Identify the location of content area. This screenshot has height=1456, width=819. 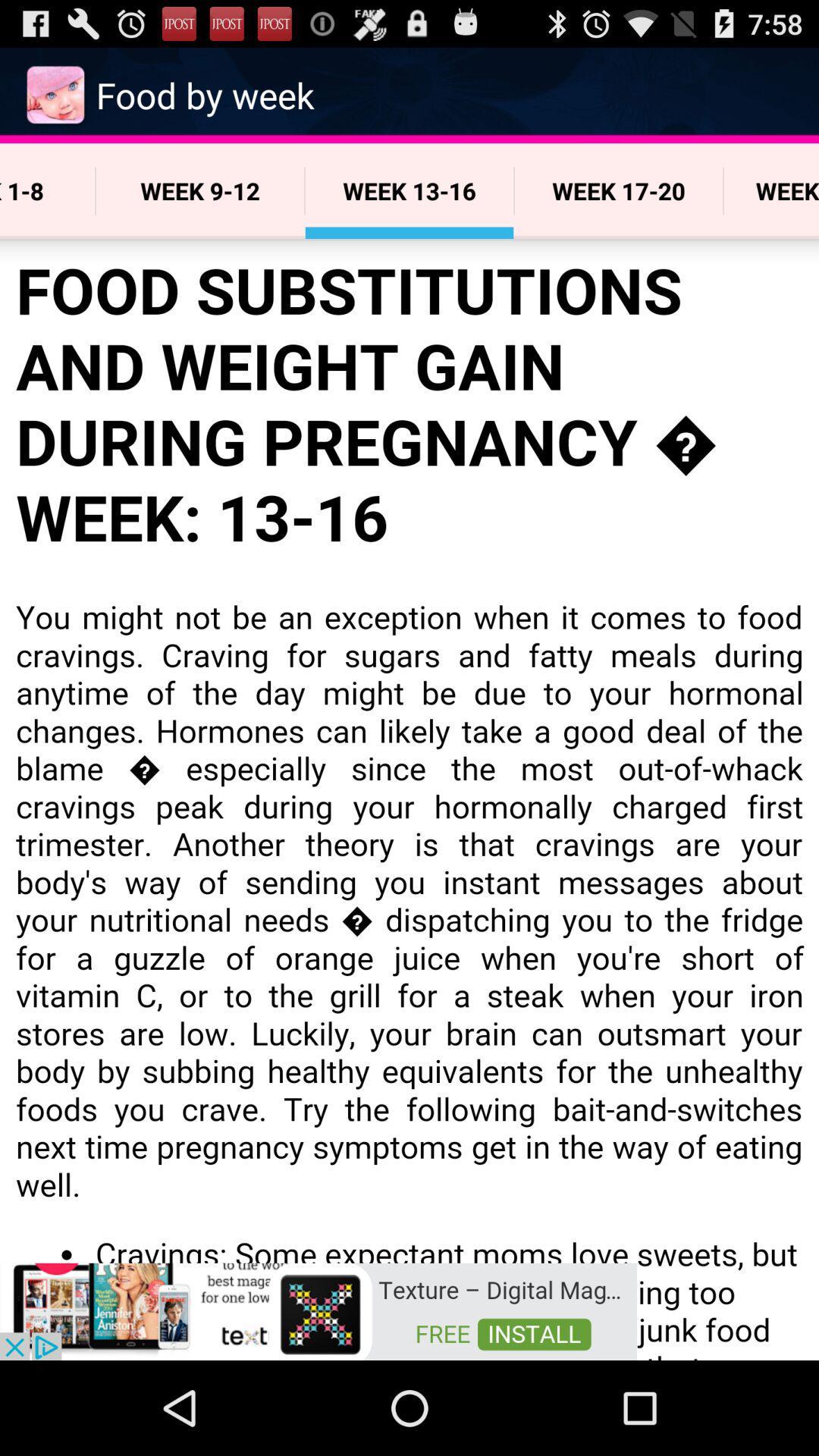
(409, 799).